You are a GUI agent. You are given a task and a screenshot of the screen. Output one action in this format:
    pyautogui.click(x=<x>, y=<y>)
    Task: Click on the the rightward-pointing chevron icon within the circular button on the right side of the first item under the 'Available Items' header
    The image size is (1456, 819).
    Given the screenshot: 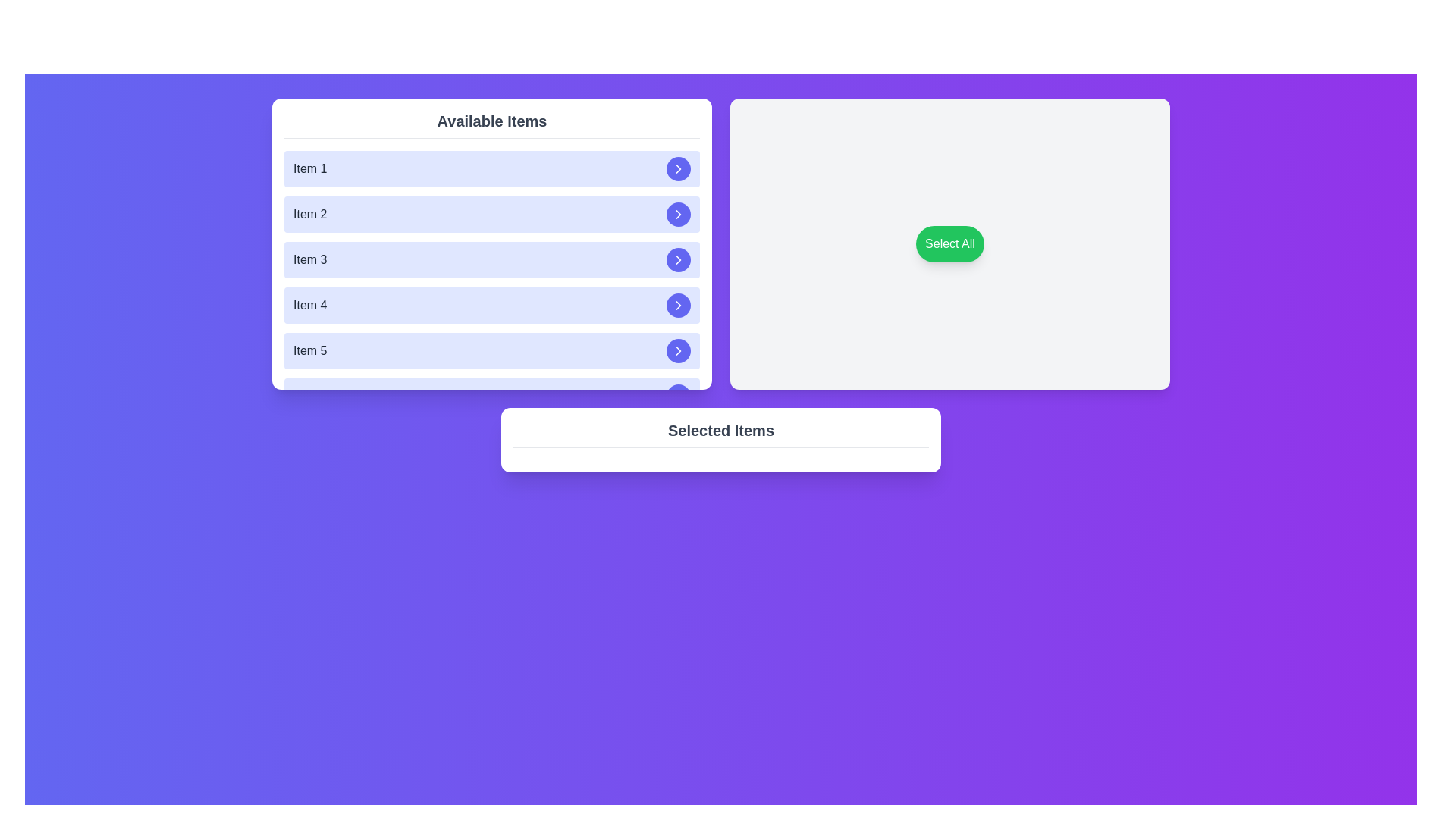 What is the action you would take?
    pyautogui.click(x=677, y=169)
    